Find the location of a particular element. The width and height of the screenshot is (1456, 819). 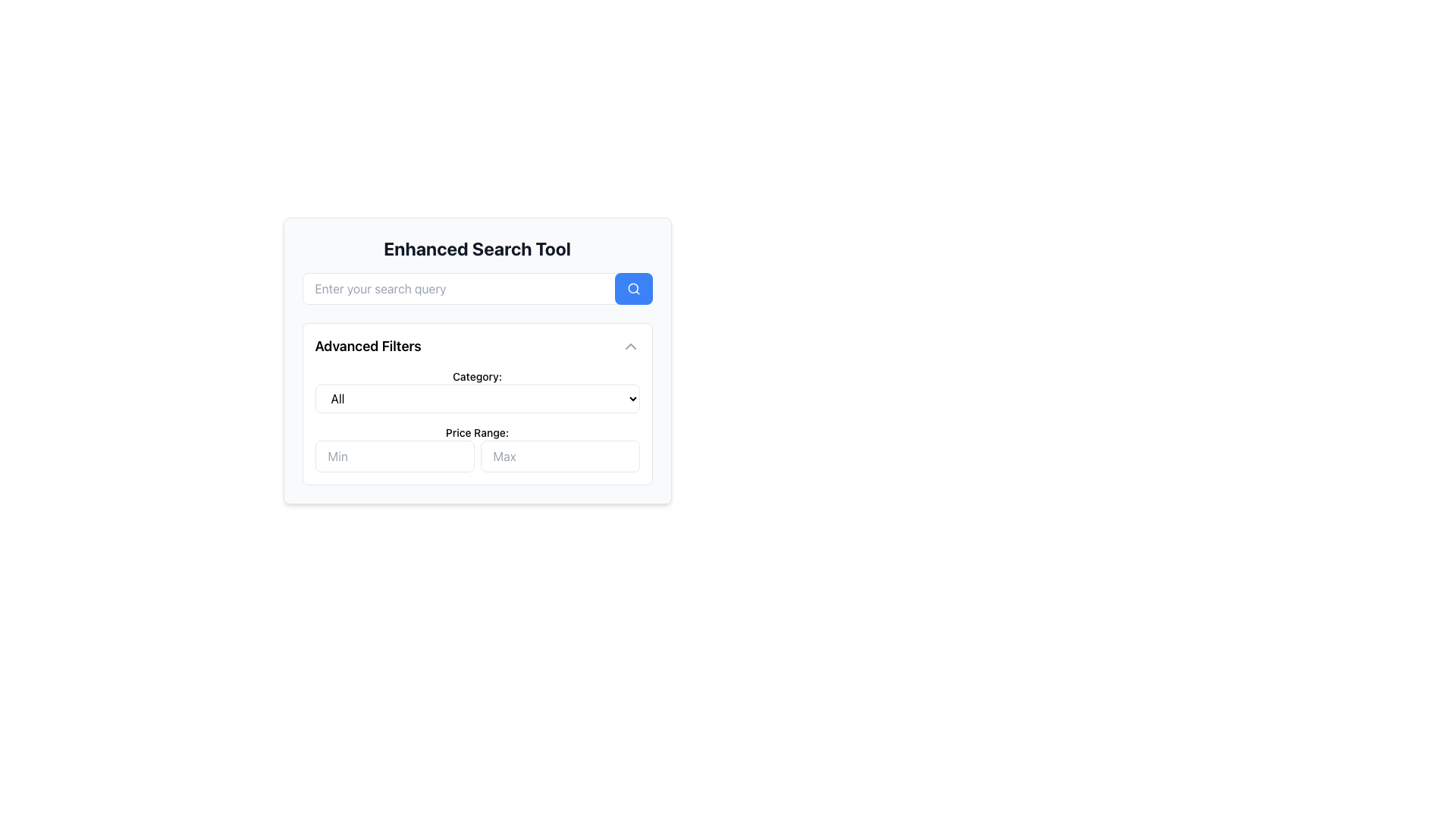

the blue button with rounded edges on the right side of the search input field is located at coordinates (633, 289).